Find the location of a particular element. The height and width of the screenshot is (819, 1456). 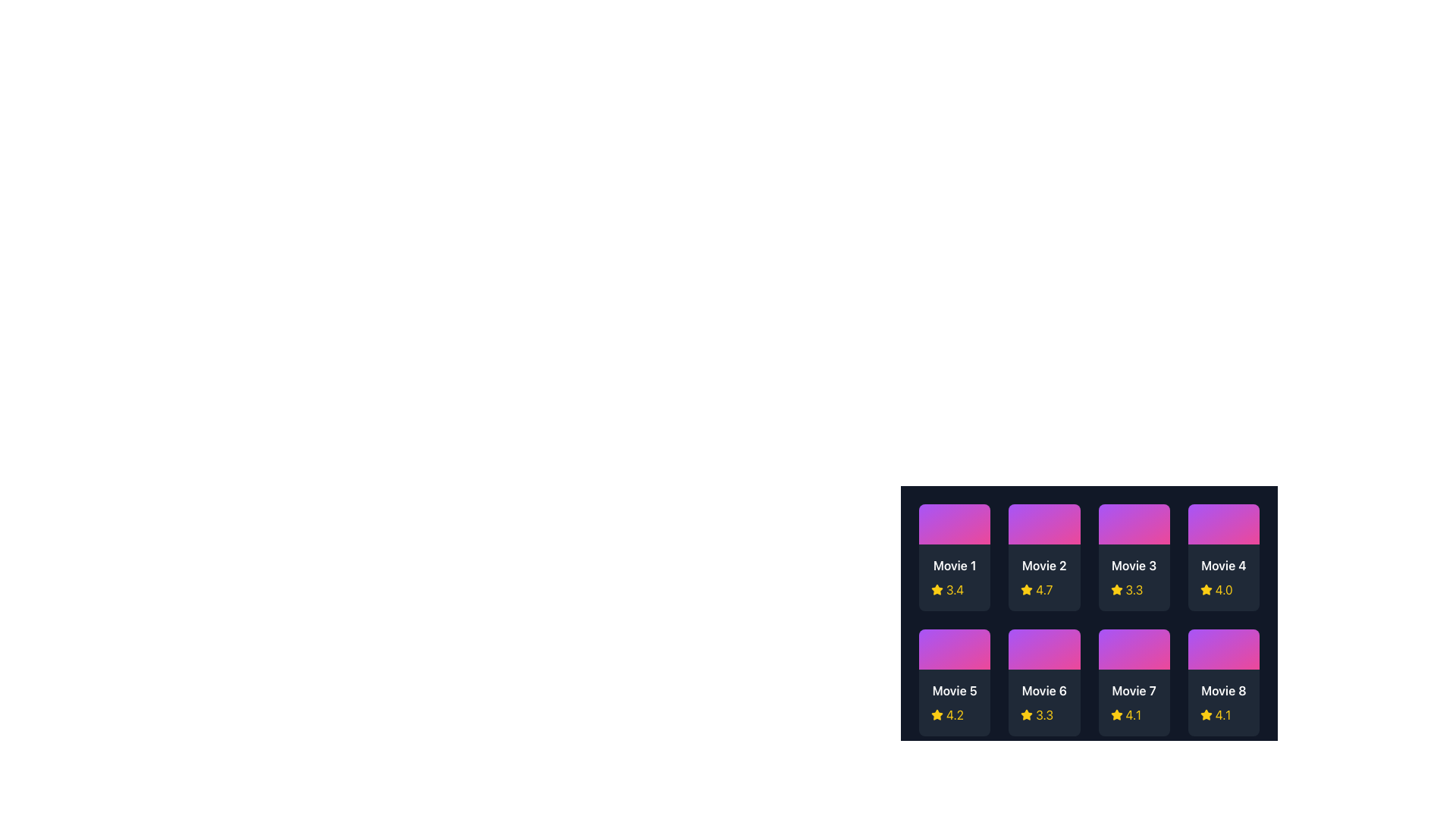

the Card component containing the title 'Movie 2' with a yellow star icon and a rating of '4.7', located in the second card of the first row in a grid layout is located at coordinates (1043, 578).